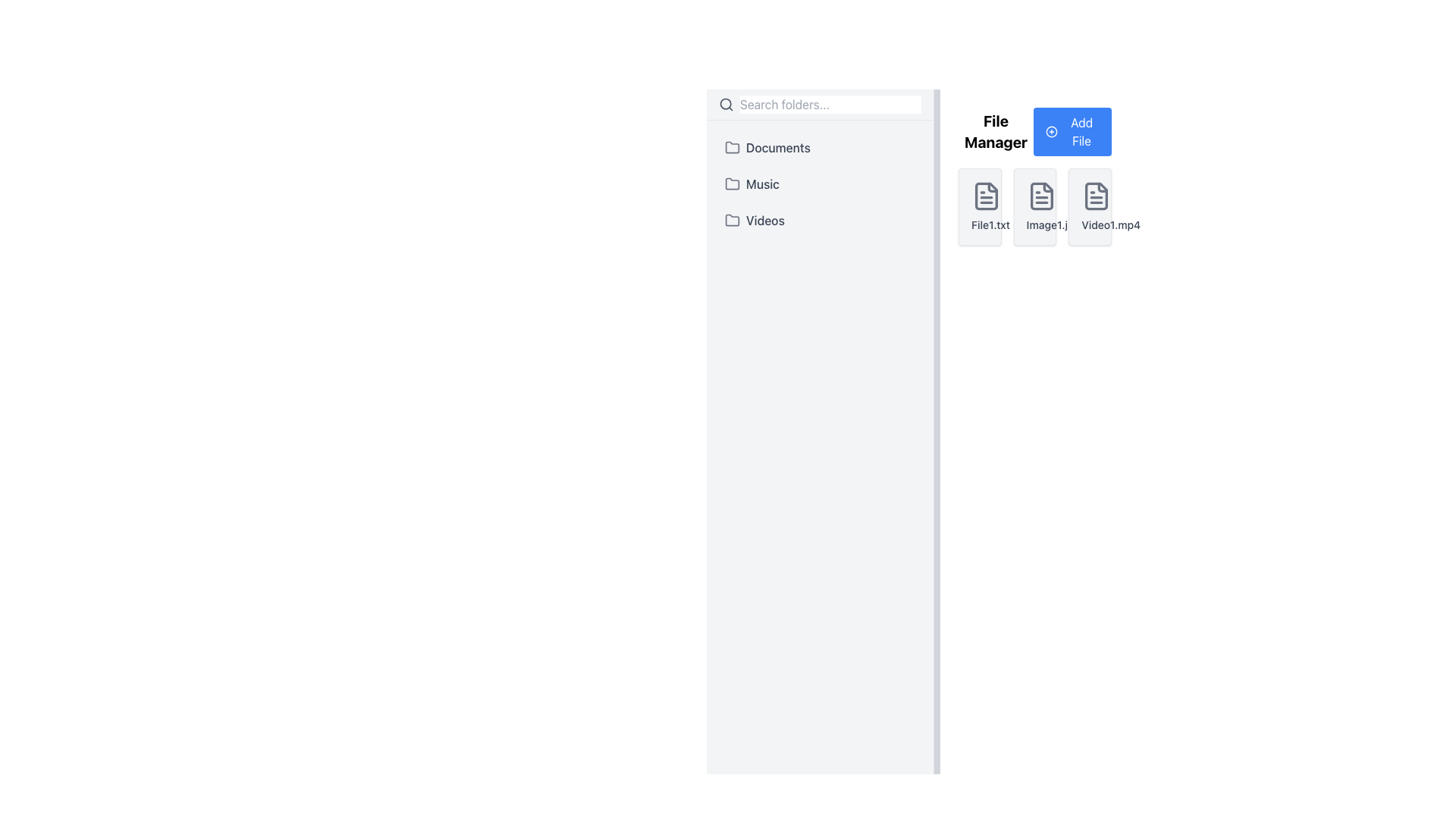  Describe the element at coordinates (732, 219) in the screenshot. I see `the folder icon located` at that location.